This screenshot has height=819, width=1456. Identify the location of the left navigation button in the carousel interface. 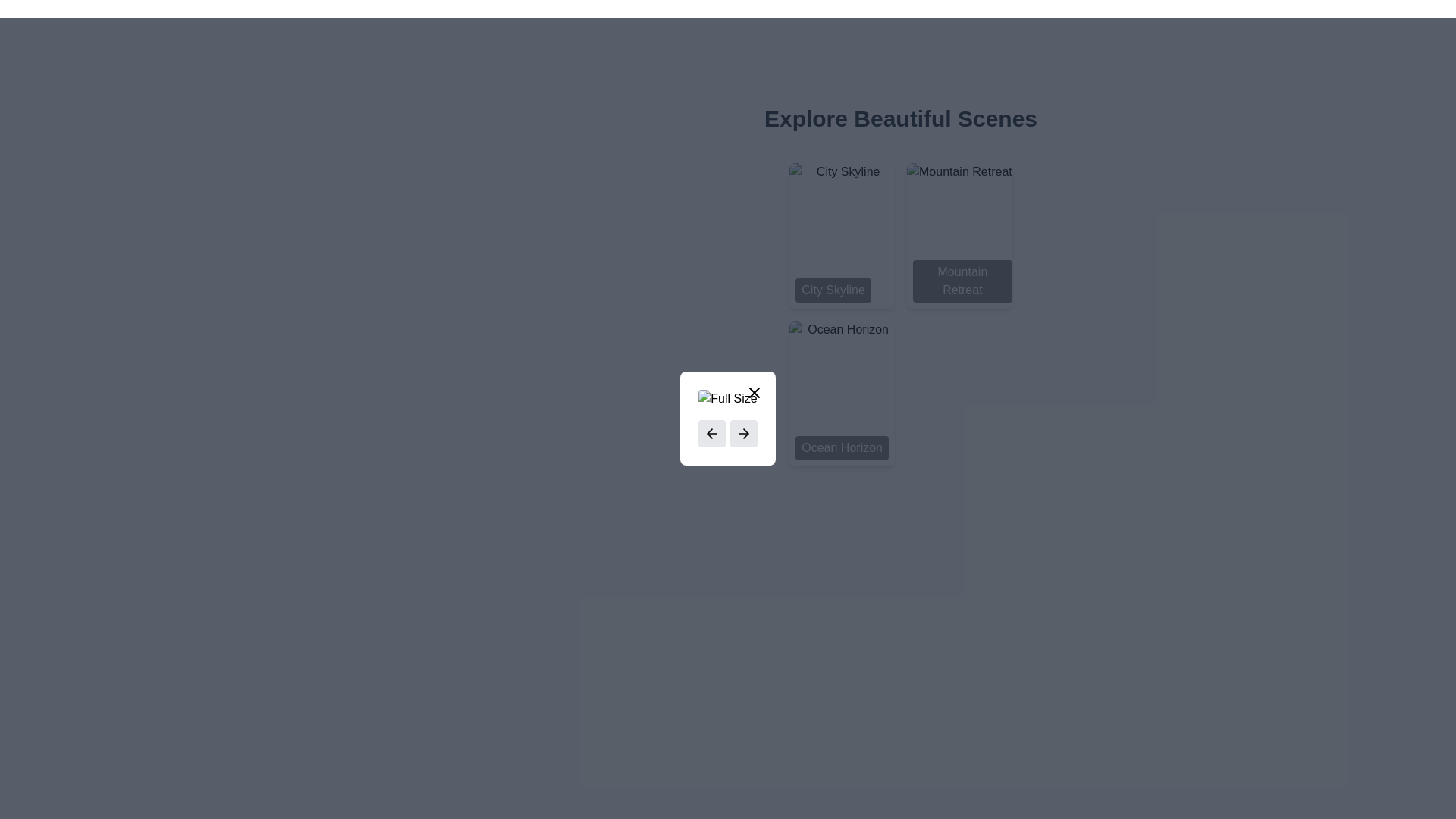
(711, 433).